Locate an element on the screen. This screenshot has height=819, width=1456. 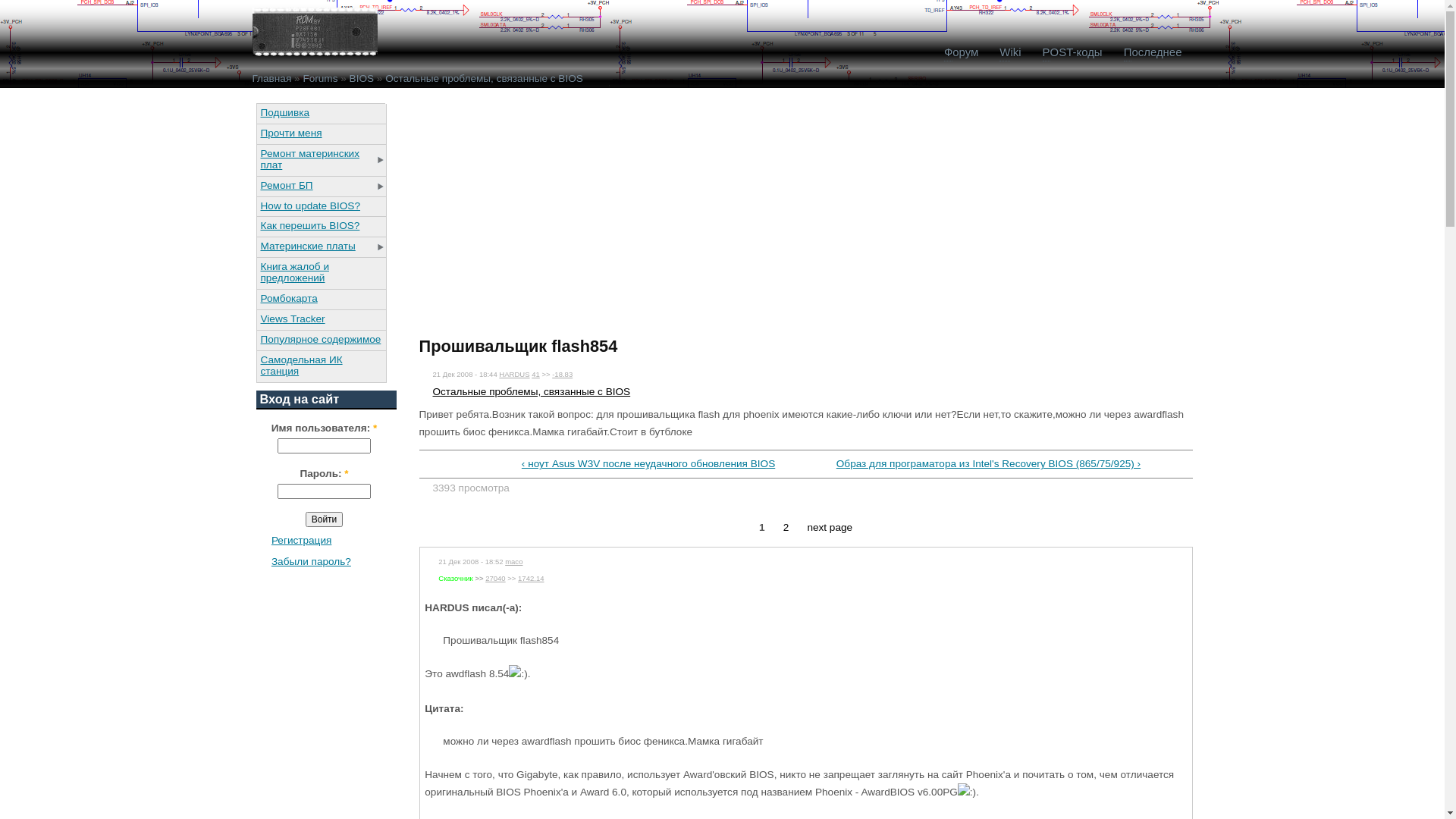
'-18.83' is located at coordinates (561, 374).